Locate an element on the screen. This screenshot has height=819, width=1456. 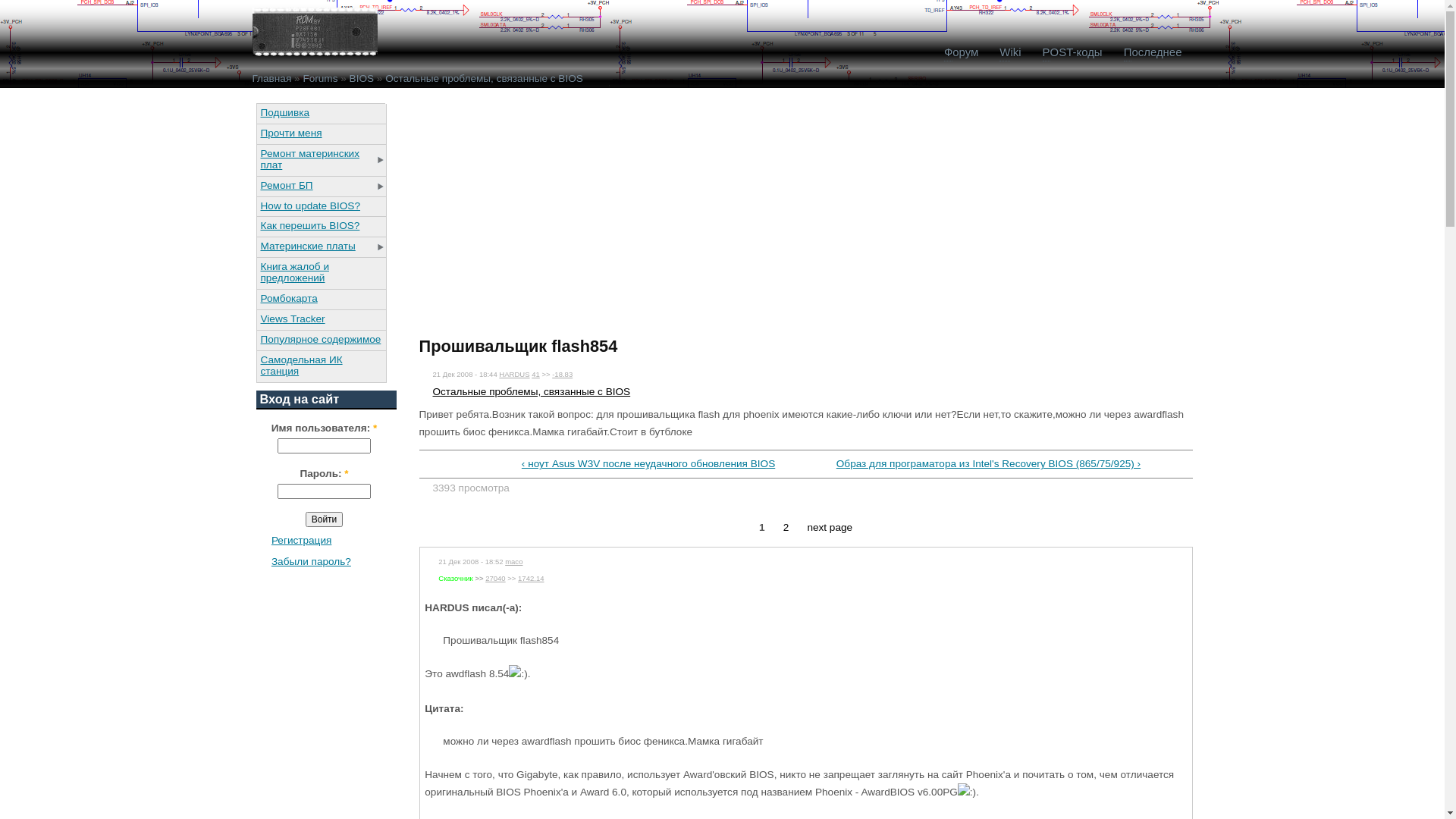
'-18.83' is located at coordinates (561, 374).